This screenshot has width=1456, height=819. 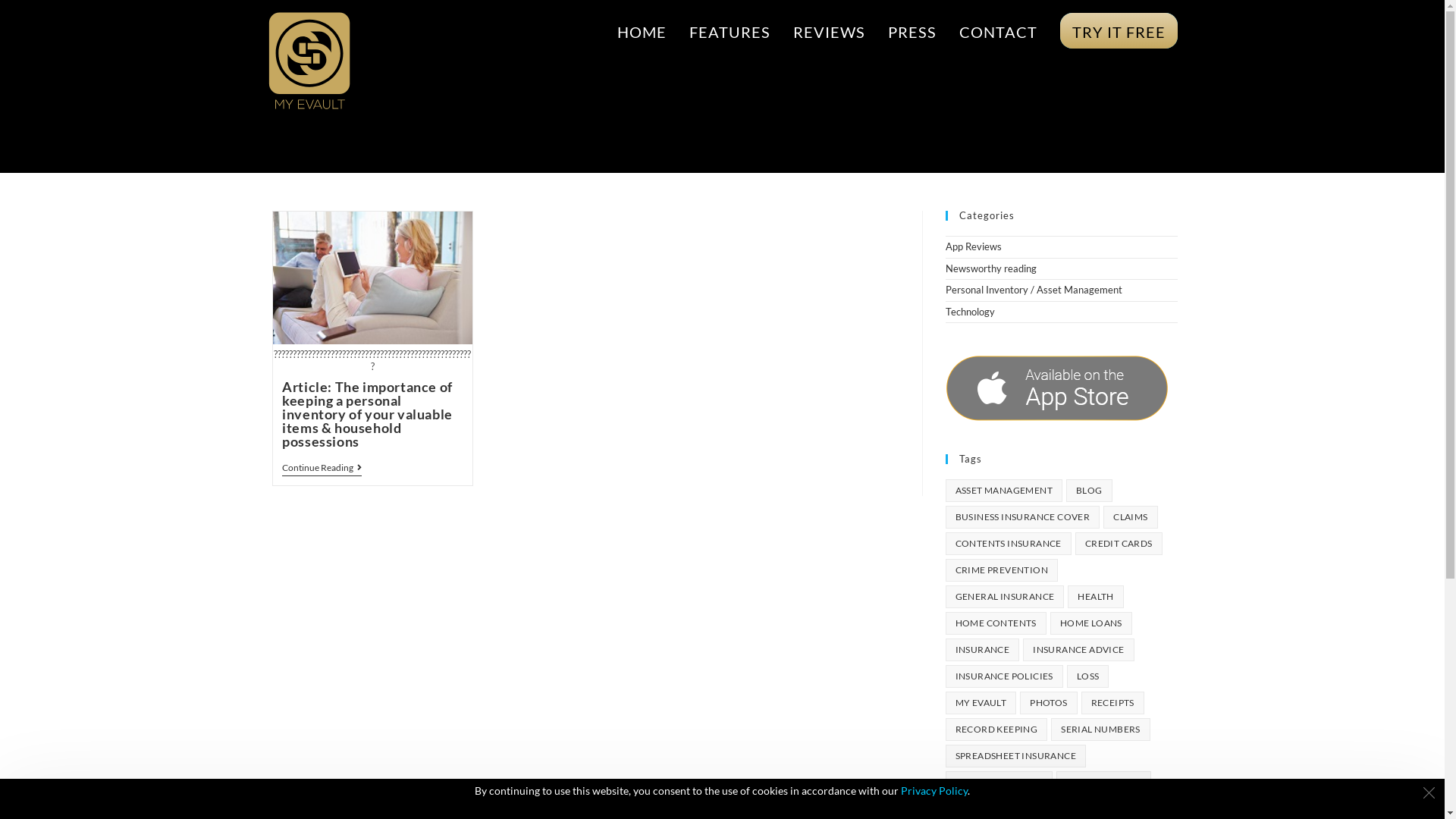 What do you see at coordinates (982, 648) in the screenshot?
I see `'INSURANCE'` at bounding box center [982, 648].